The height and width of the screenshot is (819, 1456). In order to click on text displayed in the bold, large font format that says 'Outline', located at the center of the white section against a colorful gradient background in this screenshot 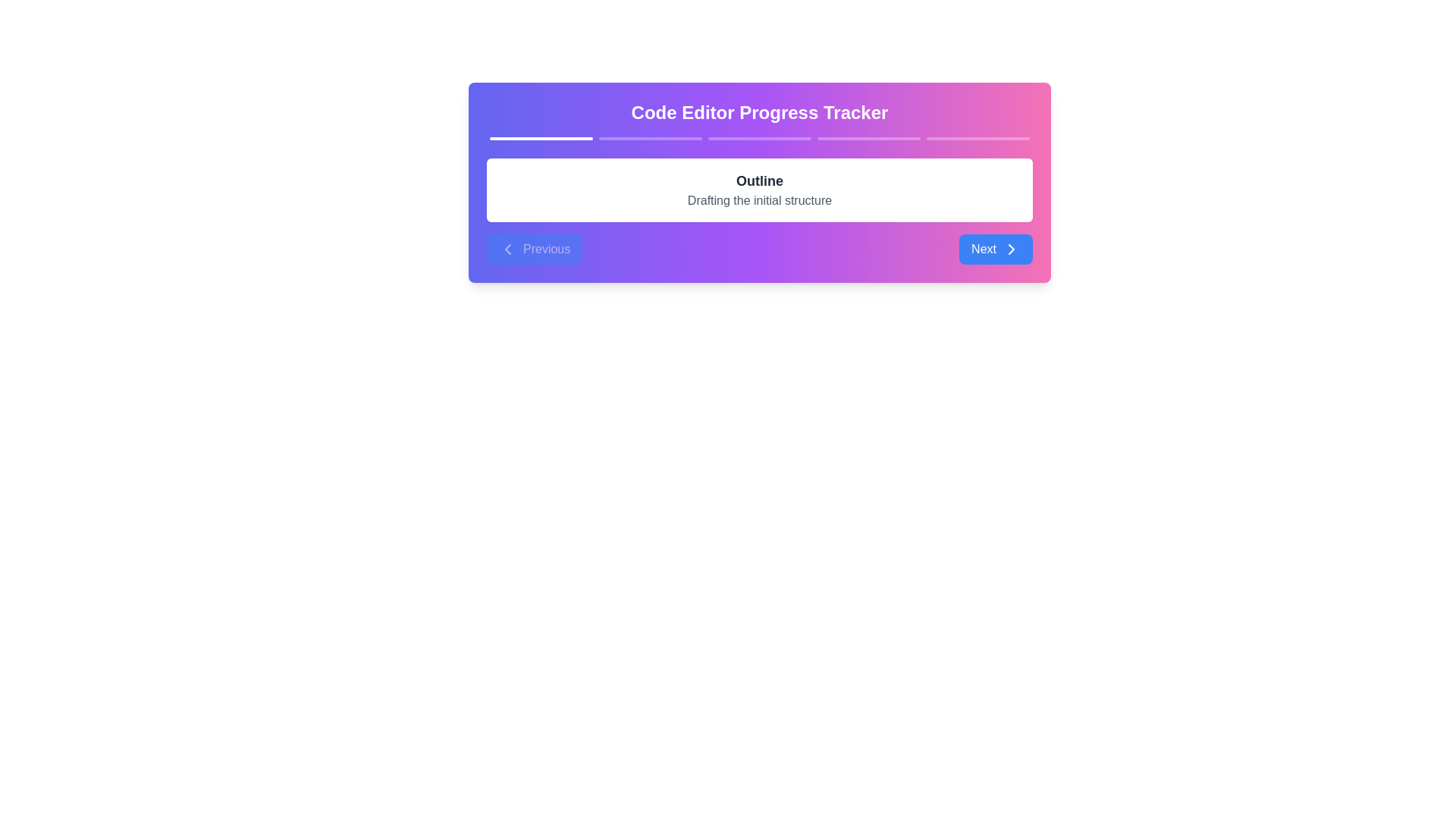, I will do `click(760, 180)`.